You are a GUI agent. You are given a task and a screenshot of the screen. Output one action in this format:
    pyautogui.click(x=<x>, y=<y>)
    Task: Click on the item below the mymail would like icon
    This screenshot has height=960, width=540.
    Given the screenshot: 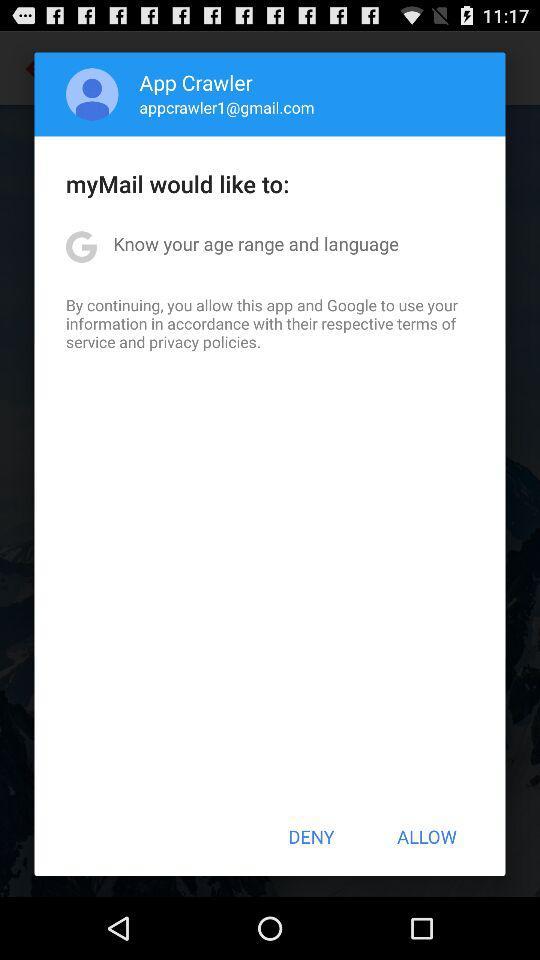 What is the action you would take?
    pyautogui.click(x=256, y=242)
    